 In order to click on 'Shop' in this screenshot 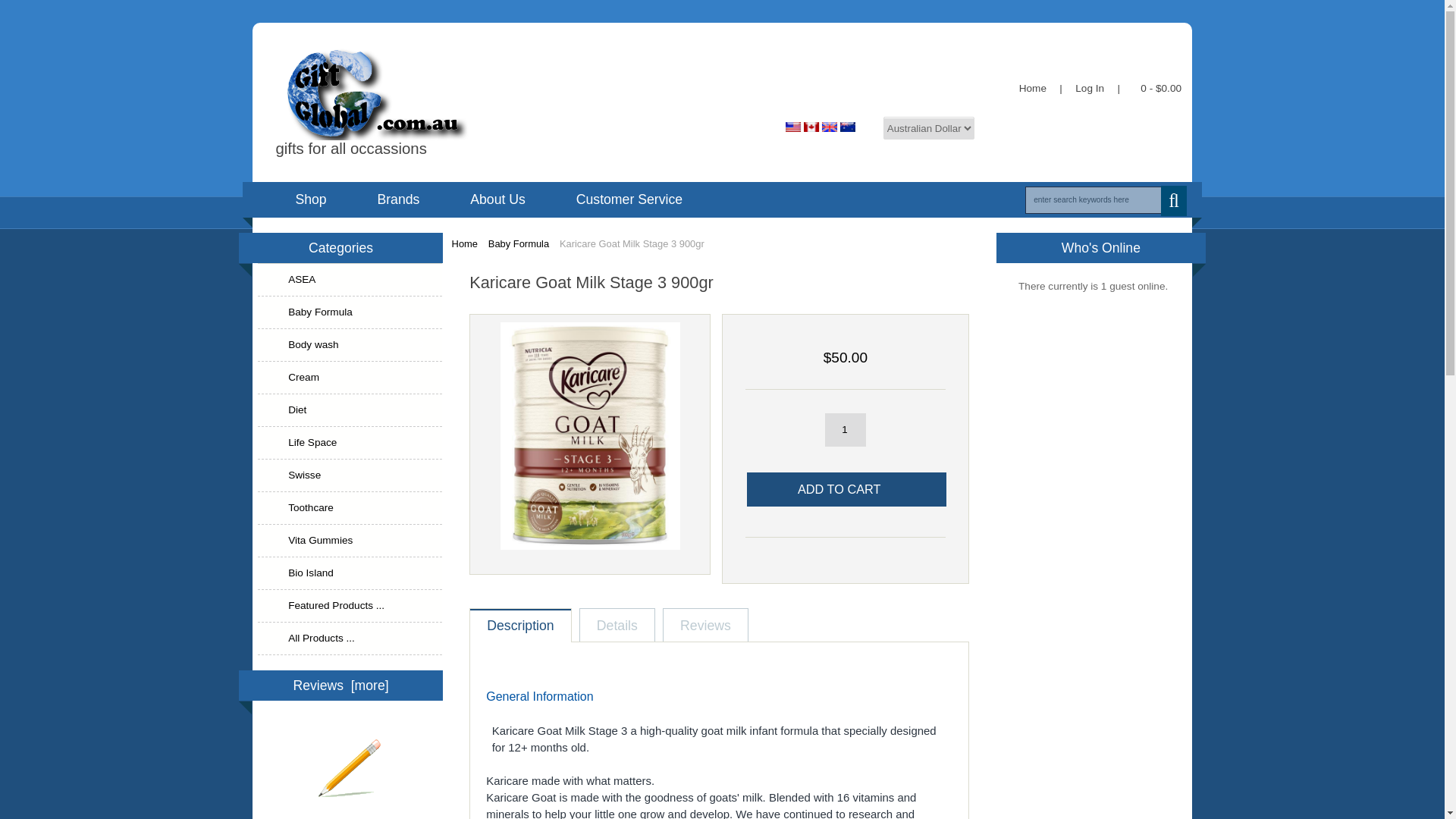, I will do `click(269, 198)`.